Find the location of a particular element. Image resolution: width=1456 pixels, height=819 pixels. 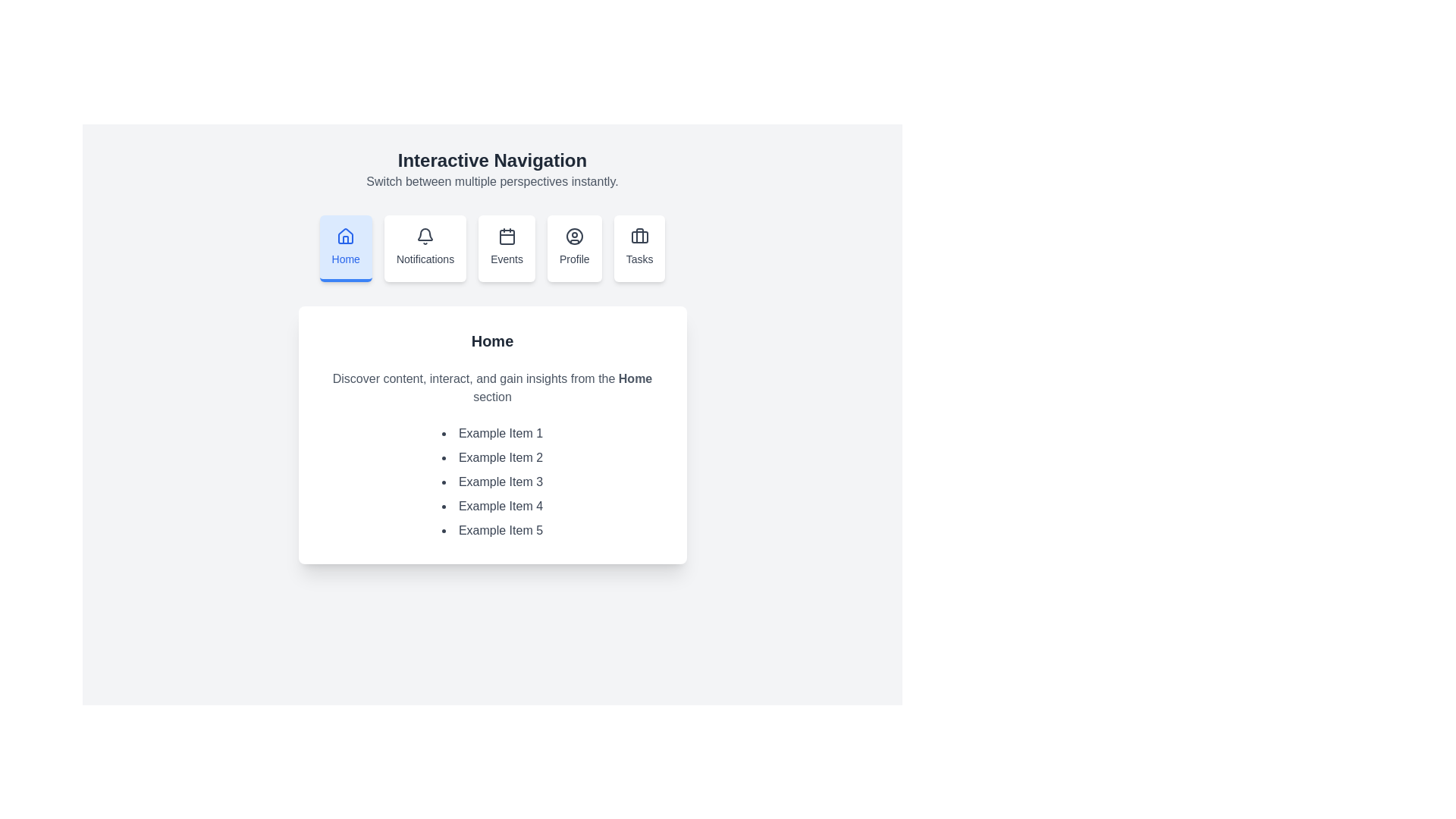

the text label displaying 'Example Item 2' in a dark gray color, which is the second item in a vertical bulleted list is located at coordinates (492, 457).